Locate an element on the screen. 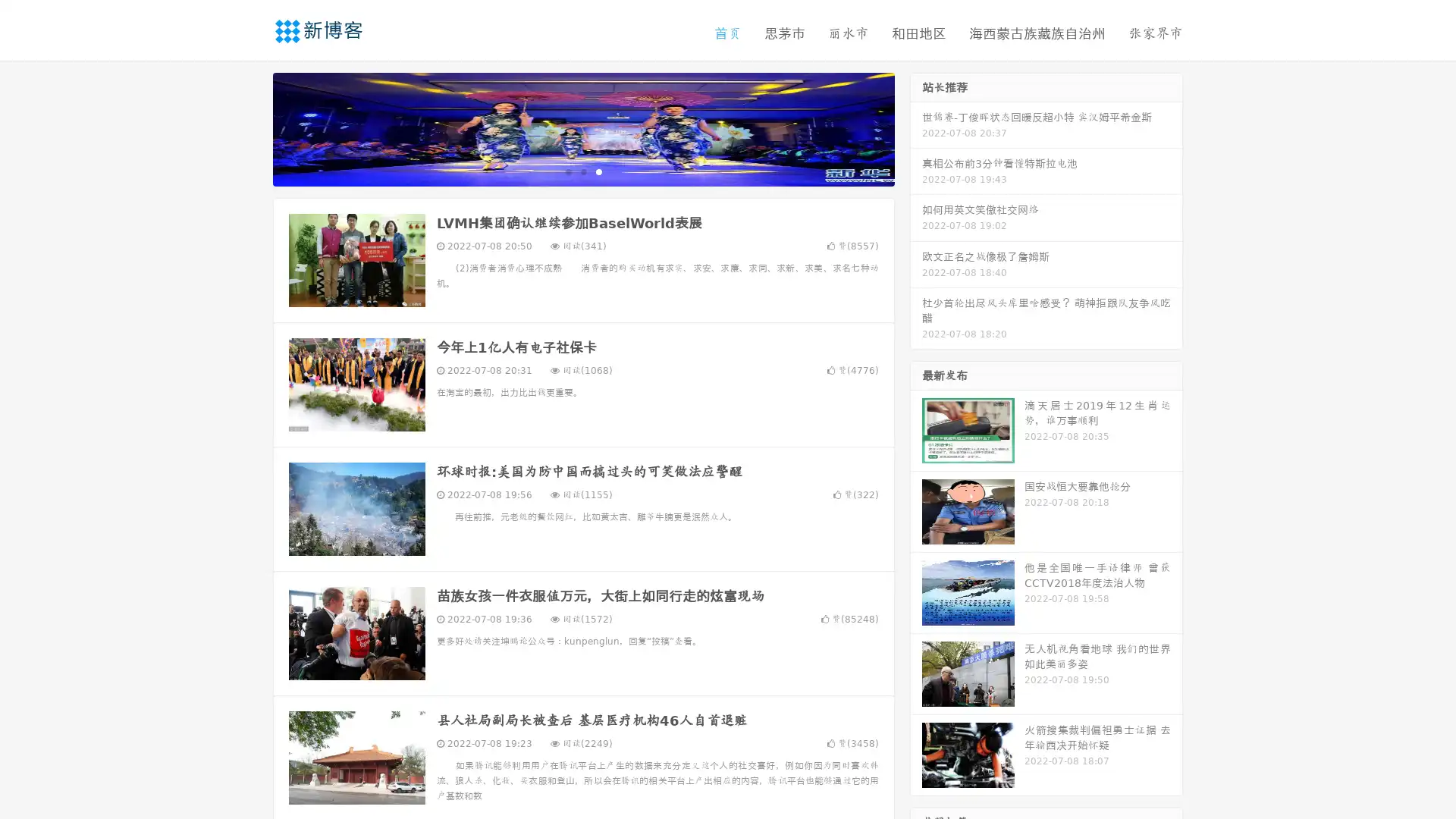 The image size is (1456, 819). Go to slide 3 is located at coordinates (598, 171).